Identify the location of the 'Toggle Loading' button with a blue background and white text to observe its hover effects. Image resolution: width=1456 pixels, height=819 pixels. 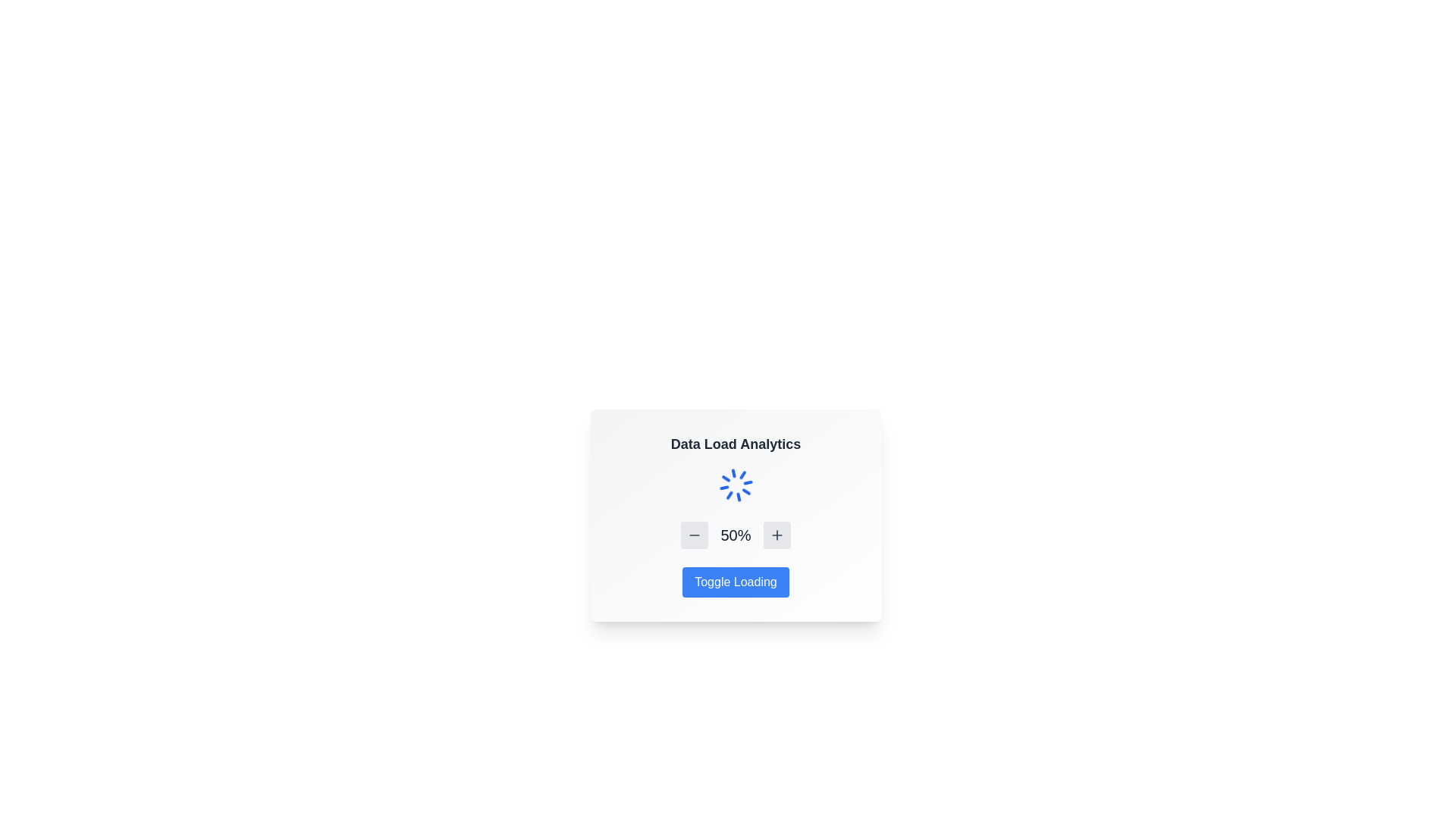
(736, 581).